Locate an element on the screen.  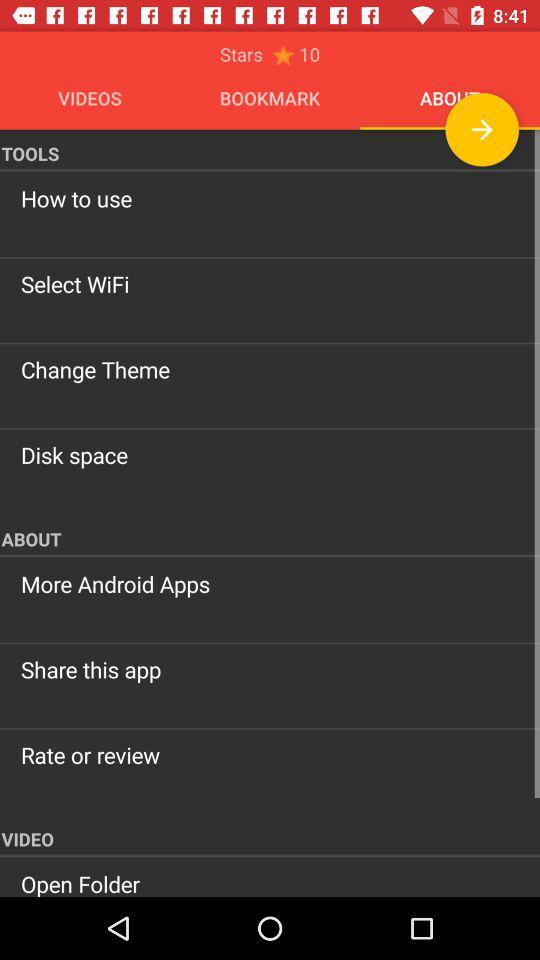
next page is located at coordinates (481, 128).